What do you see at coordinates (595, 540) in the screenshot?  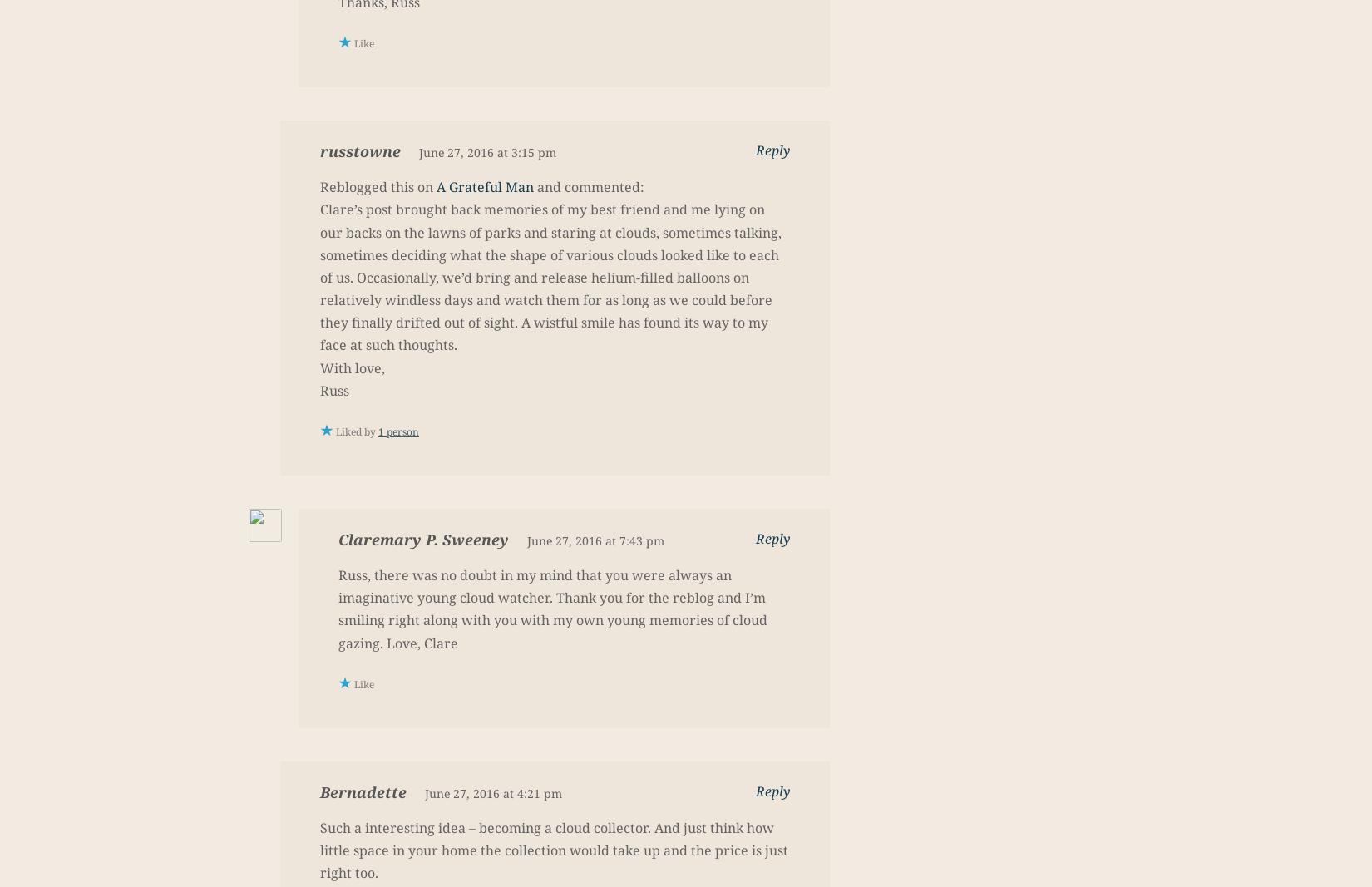 I see `'June 27, 2016 at 7:43 pm'` at bounding box center [595, 540].